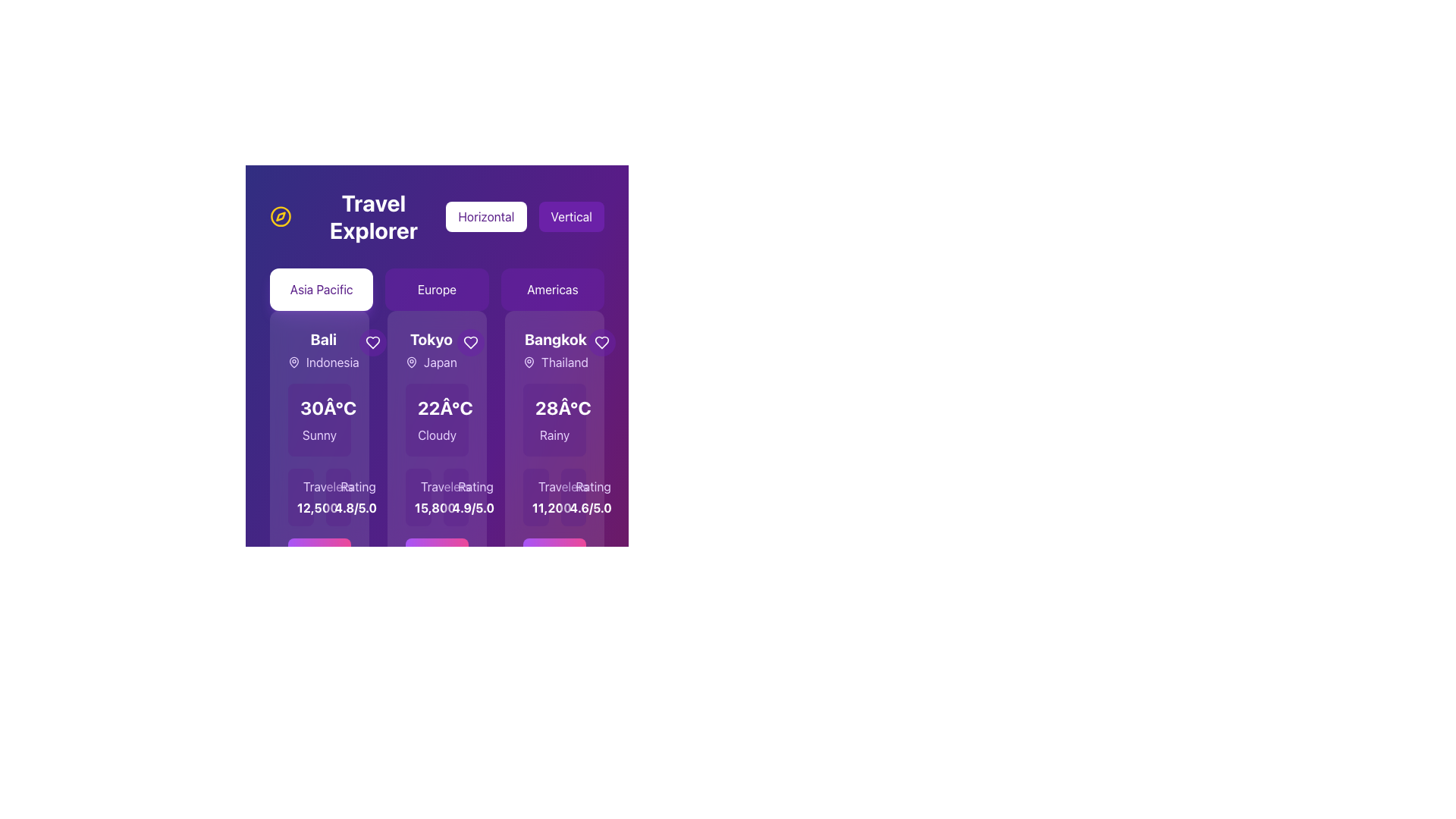  Describe the element at coordinates (562, 406) in the screenshot. I see `the text label displaying '28Â°C' in bold white font on a purple background, which is located in the weather card for Bangkok, Thailand` at that location.